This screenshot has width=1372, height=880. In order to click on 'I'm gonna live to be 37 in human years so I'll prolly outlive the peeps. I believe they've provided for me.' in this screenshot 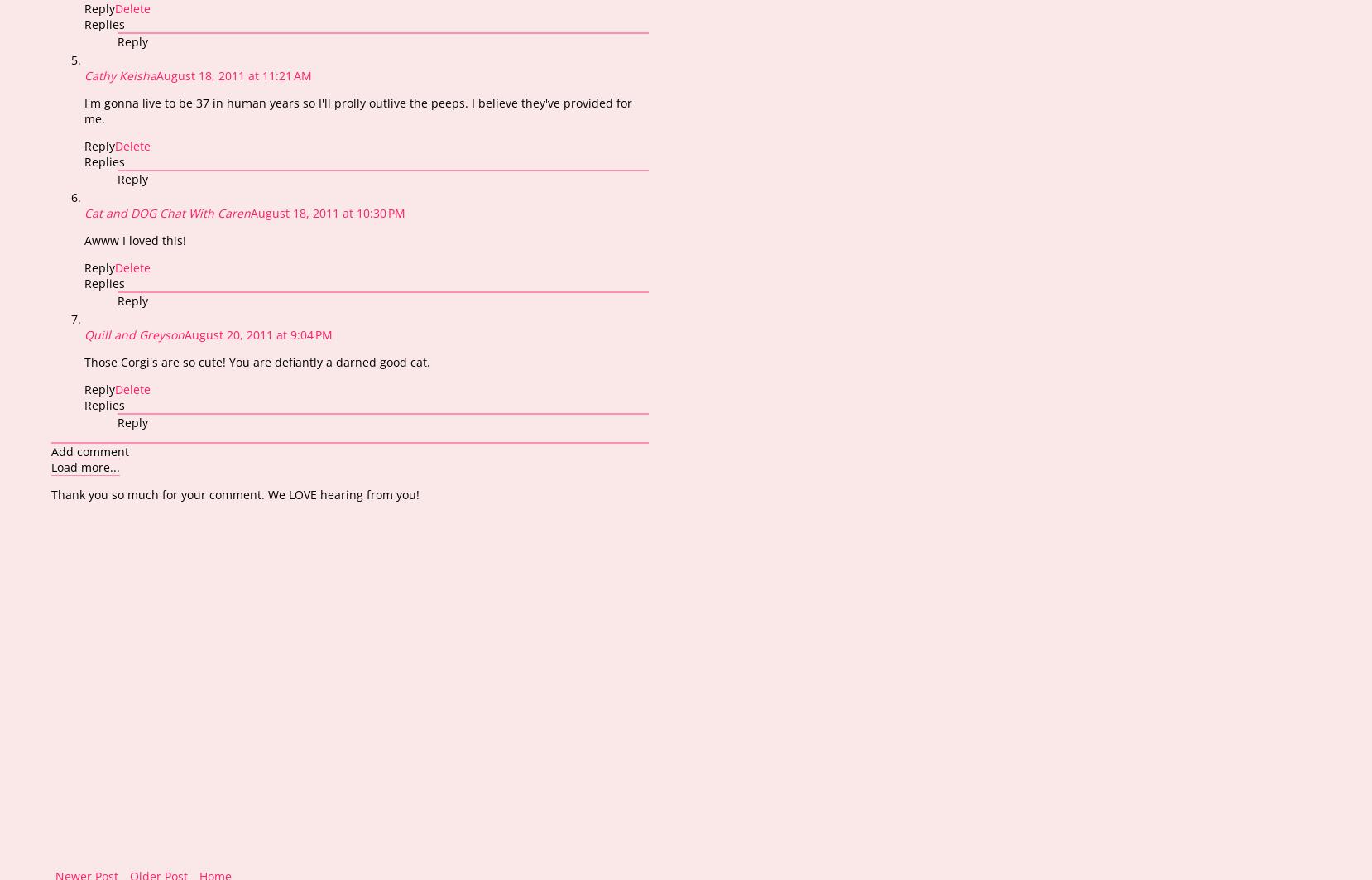, I will do `click(83, 111)`.